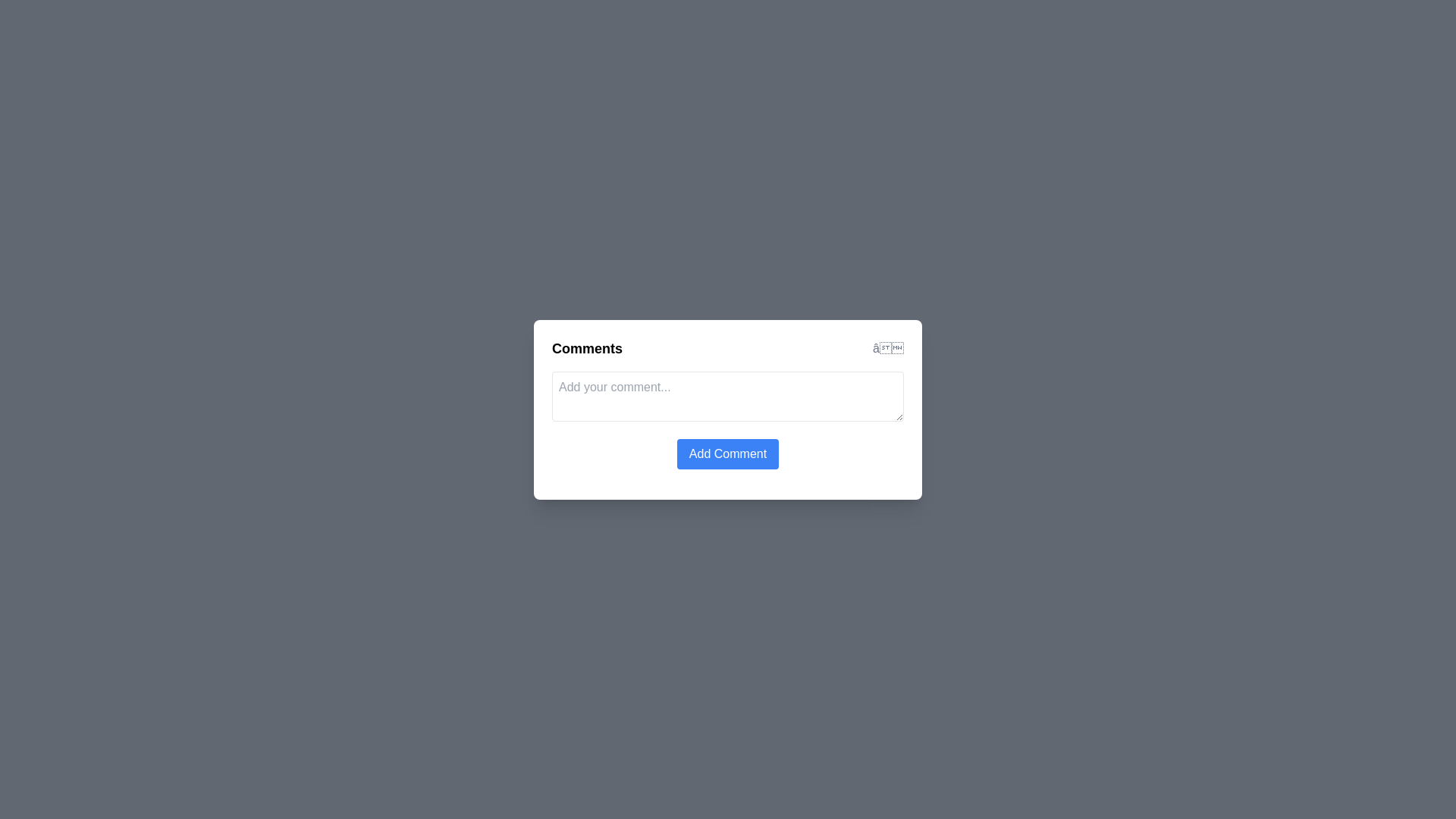 This screenshot has height=819, width=1456. Describe the element at coordinates (728, 395) in the screenshot. I see `the text area to focus it for typing` at that location.